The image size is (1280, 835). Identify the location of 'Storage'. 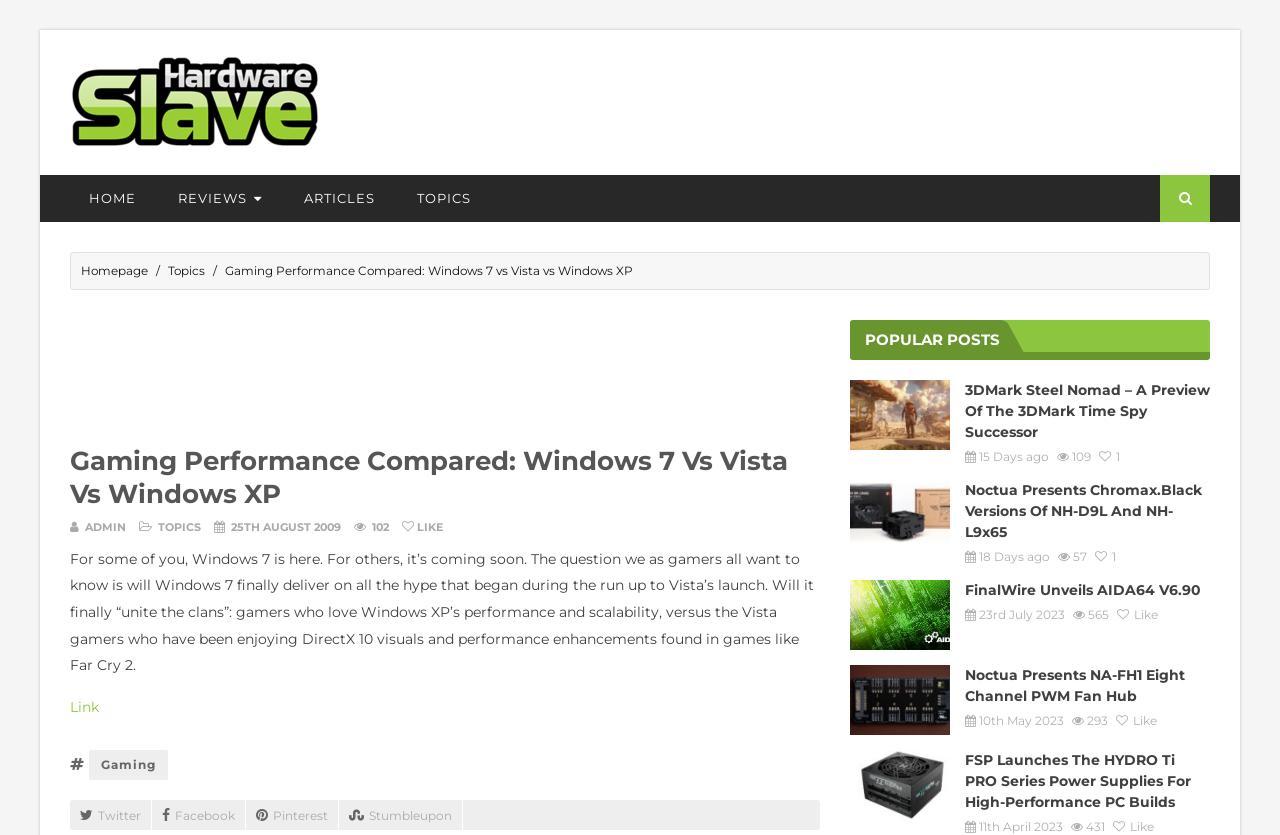
(201, 475).